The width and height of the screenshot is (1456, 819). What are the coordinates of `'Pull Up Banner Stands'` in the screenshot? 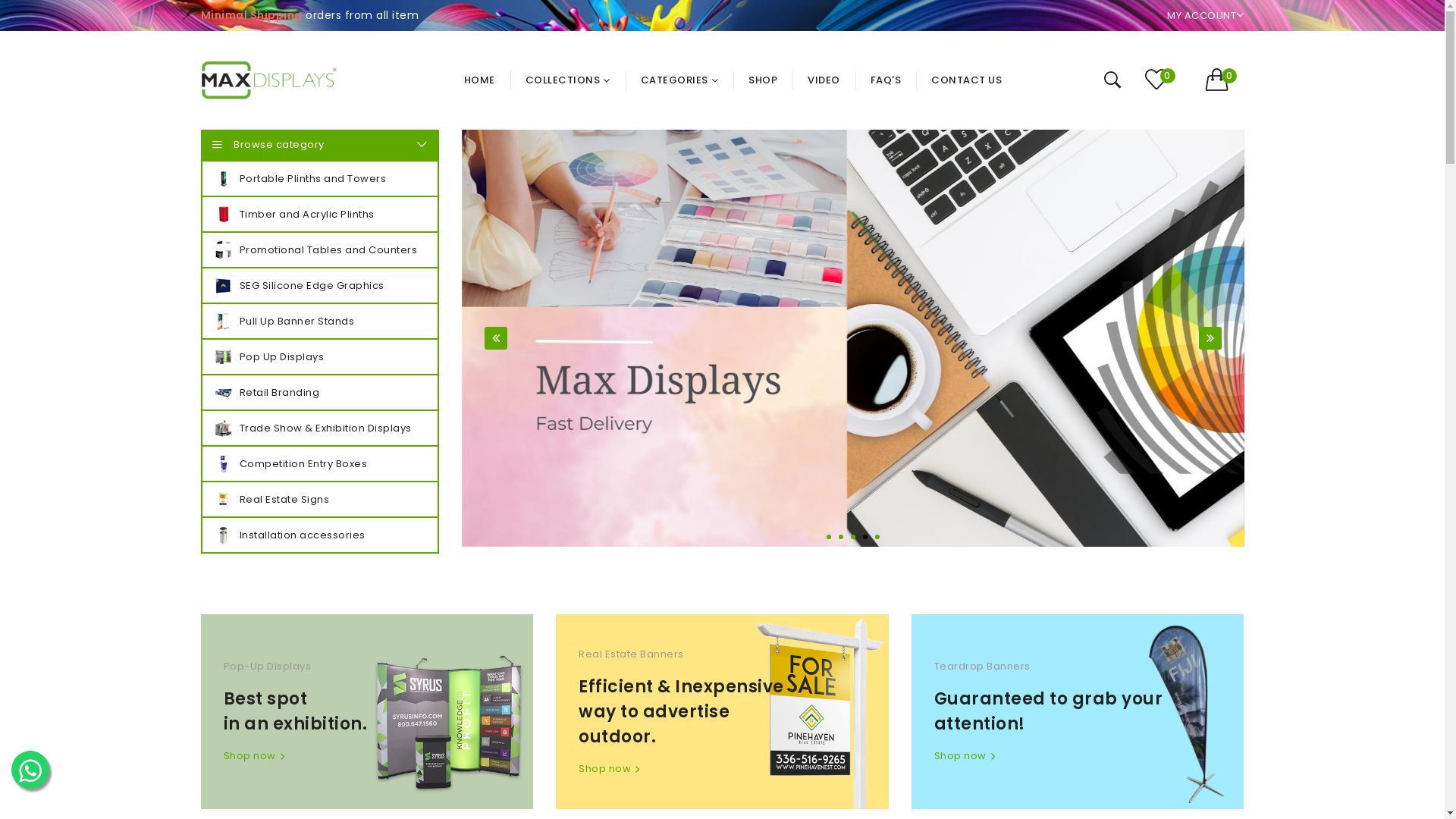 It's located at (318, 320).